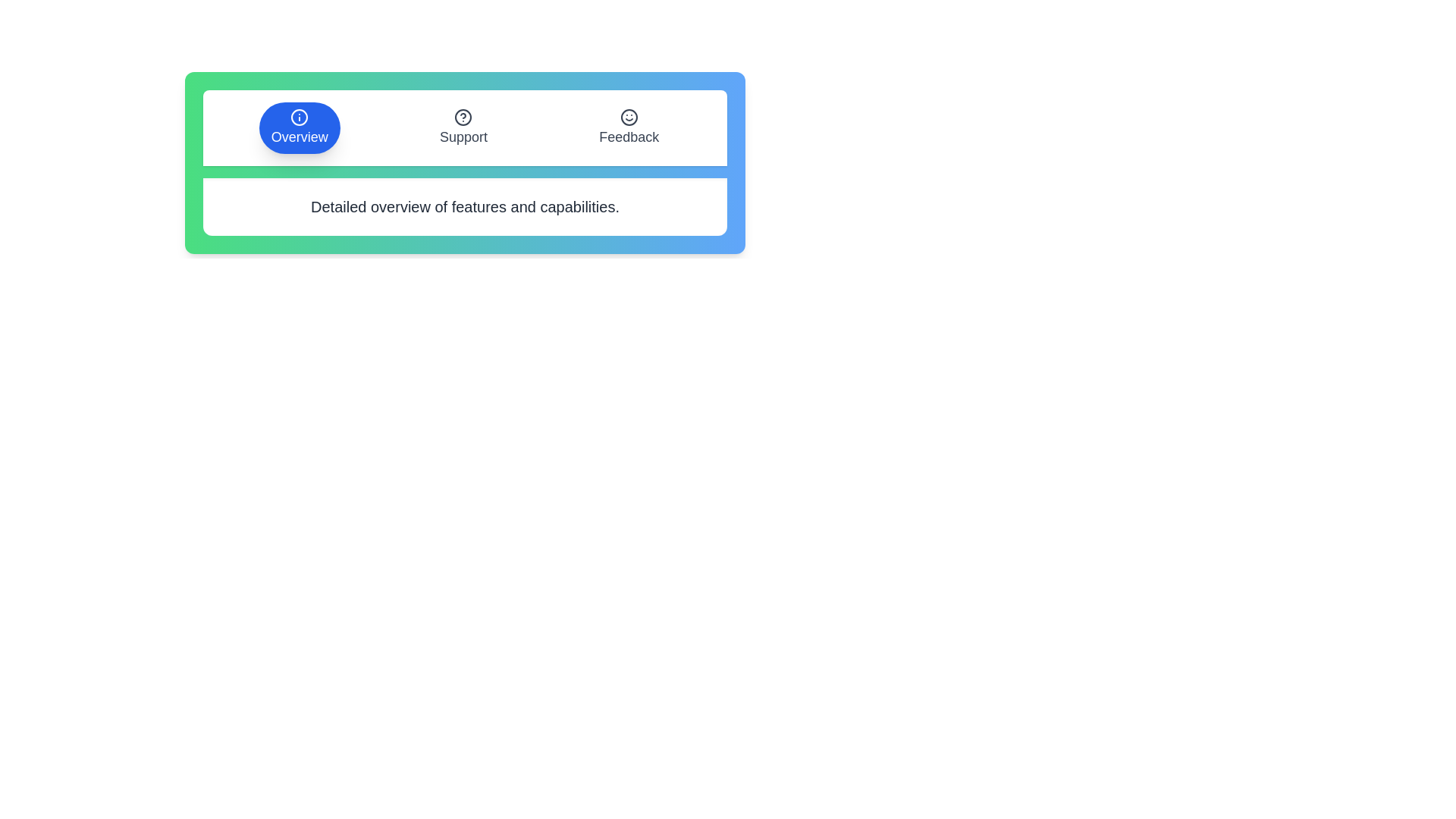  What do you see at coordinates (463, 127) in the screenshot?
I see `the tab labeled Support to observe its hover effect` at bounding box center [463, 127].